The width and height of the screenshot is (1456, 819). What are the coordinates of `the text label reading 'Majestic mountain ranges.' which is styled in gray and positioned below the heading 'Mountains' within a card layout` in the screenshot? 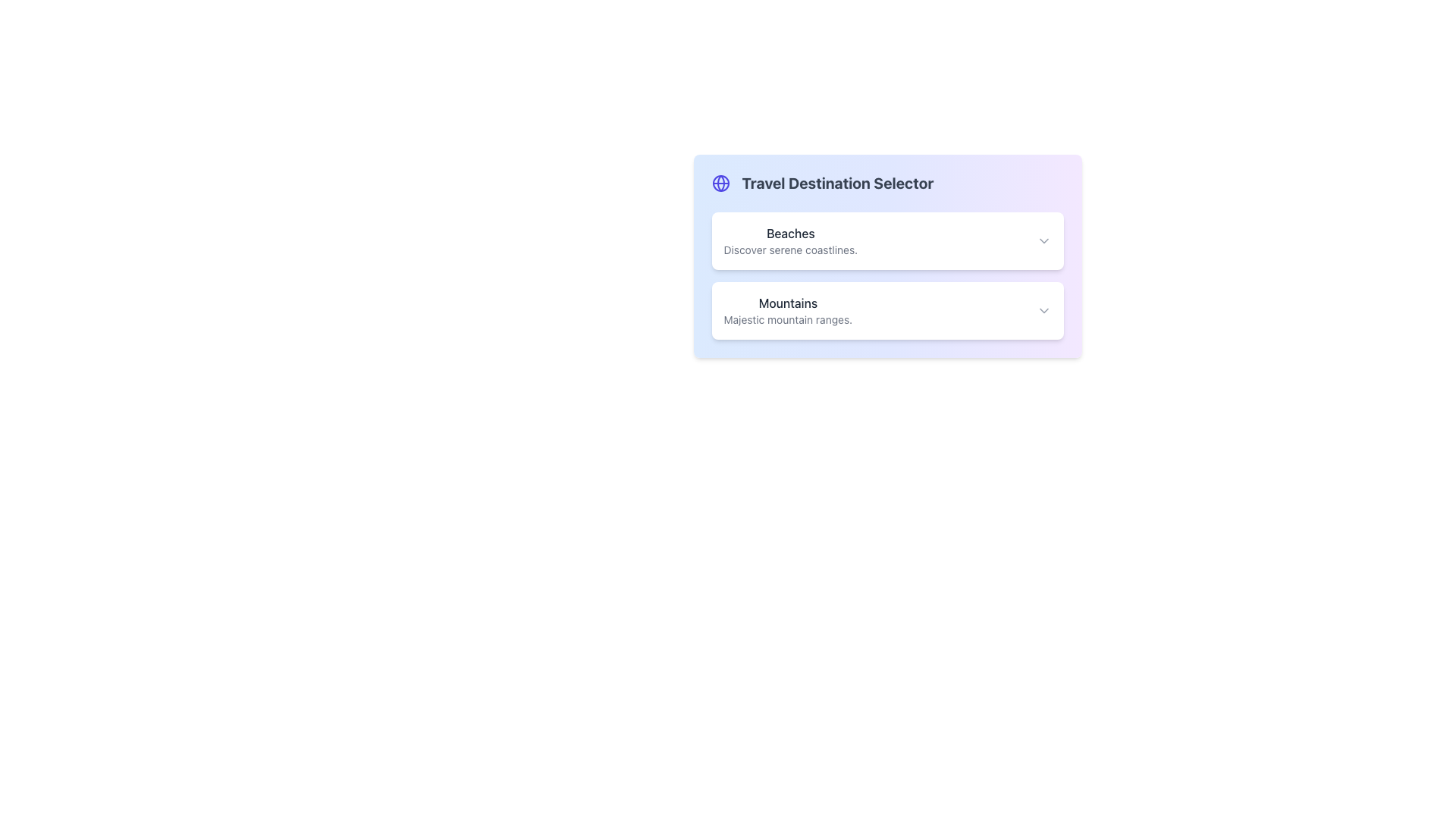 It's located at (788, 318).